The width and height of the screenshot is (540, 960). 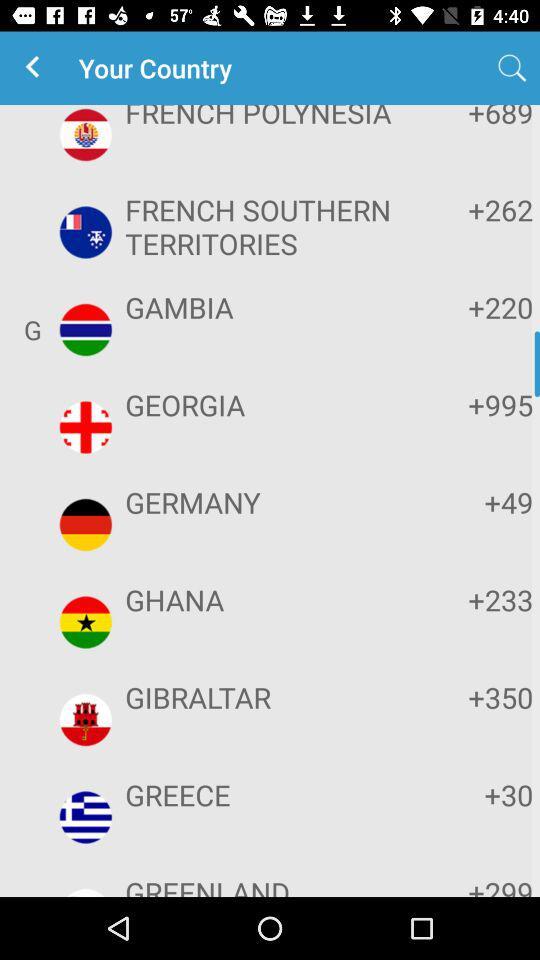 What do you see at coordinates (471, 307) in the screenshot?
I see `the item to the right of the gambia app` at bounding box center [471, 307].